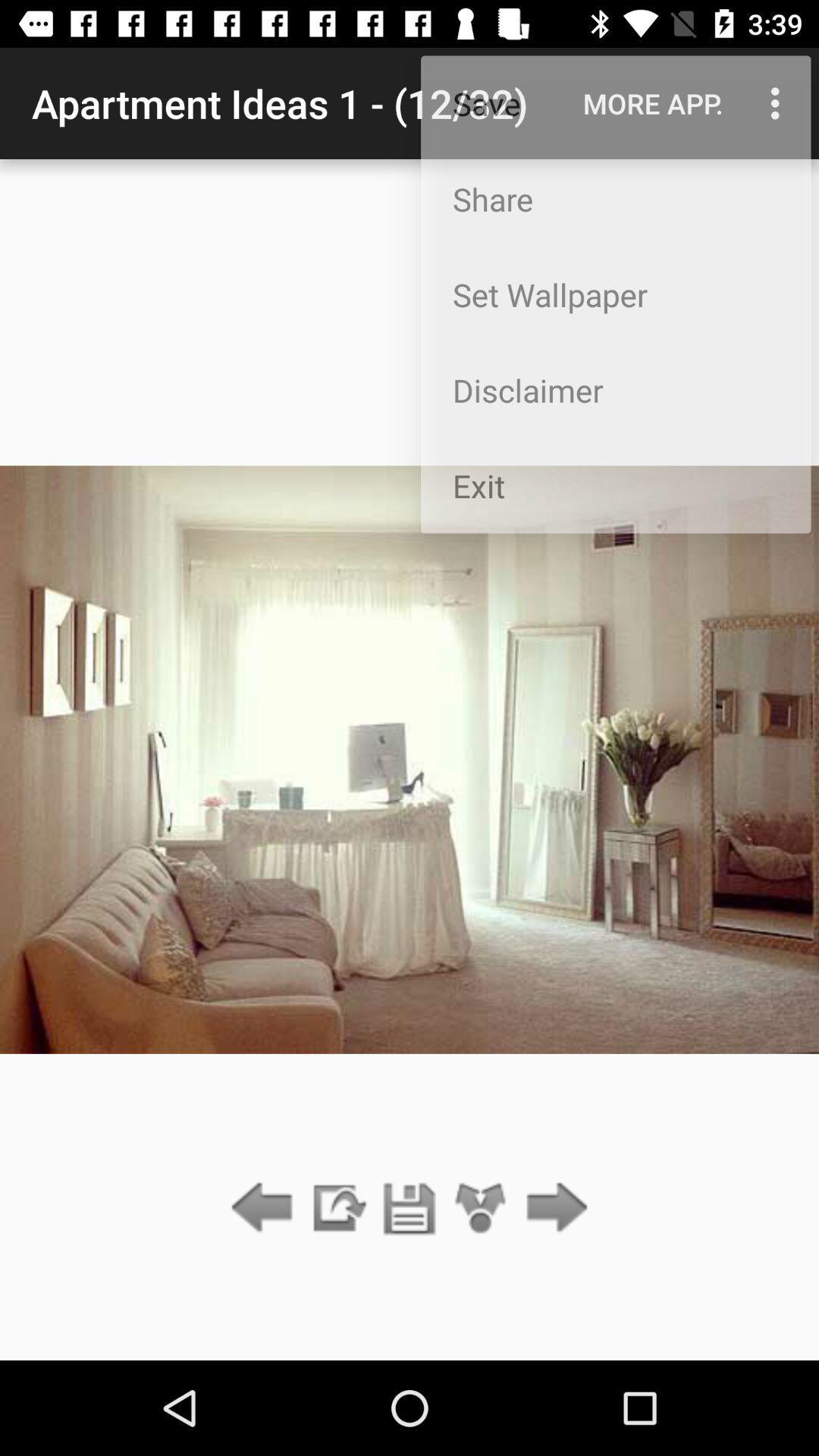 This screenshot has height=1456, width=819. Describe the element at coordinates (409, 1208) in the screenshot. I see `the save icon` at that location.